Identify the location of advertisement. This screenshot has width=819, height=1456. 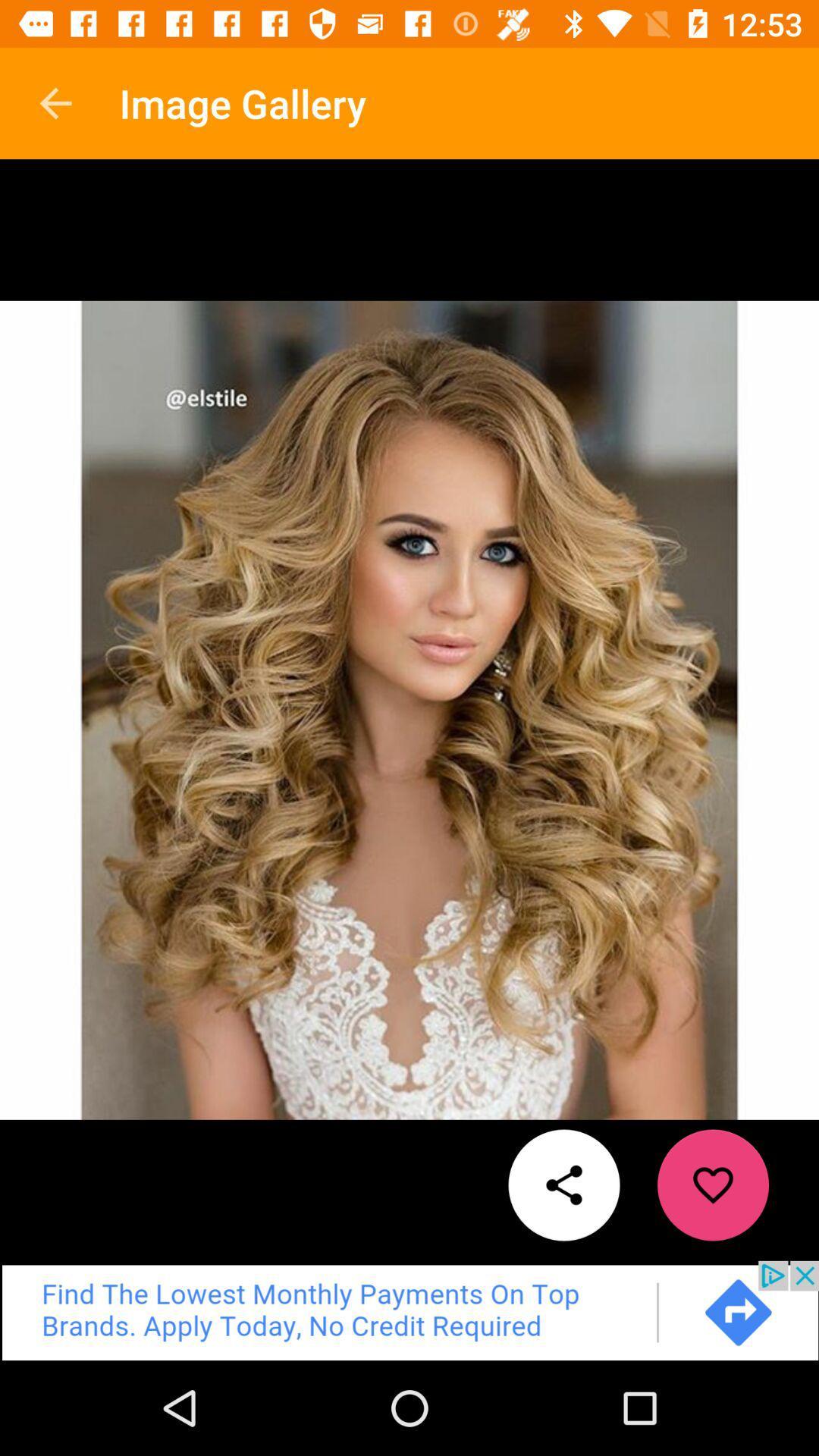
(409, 1310).